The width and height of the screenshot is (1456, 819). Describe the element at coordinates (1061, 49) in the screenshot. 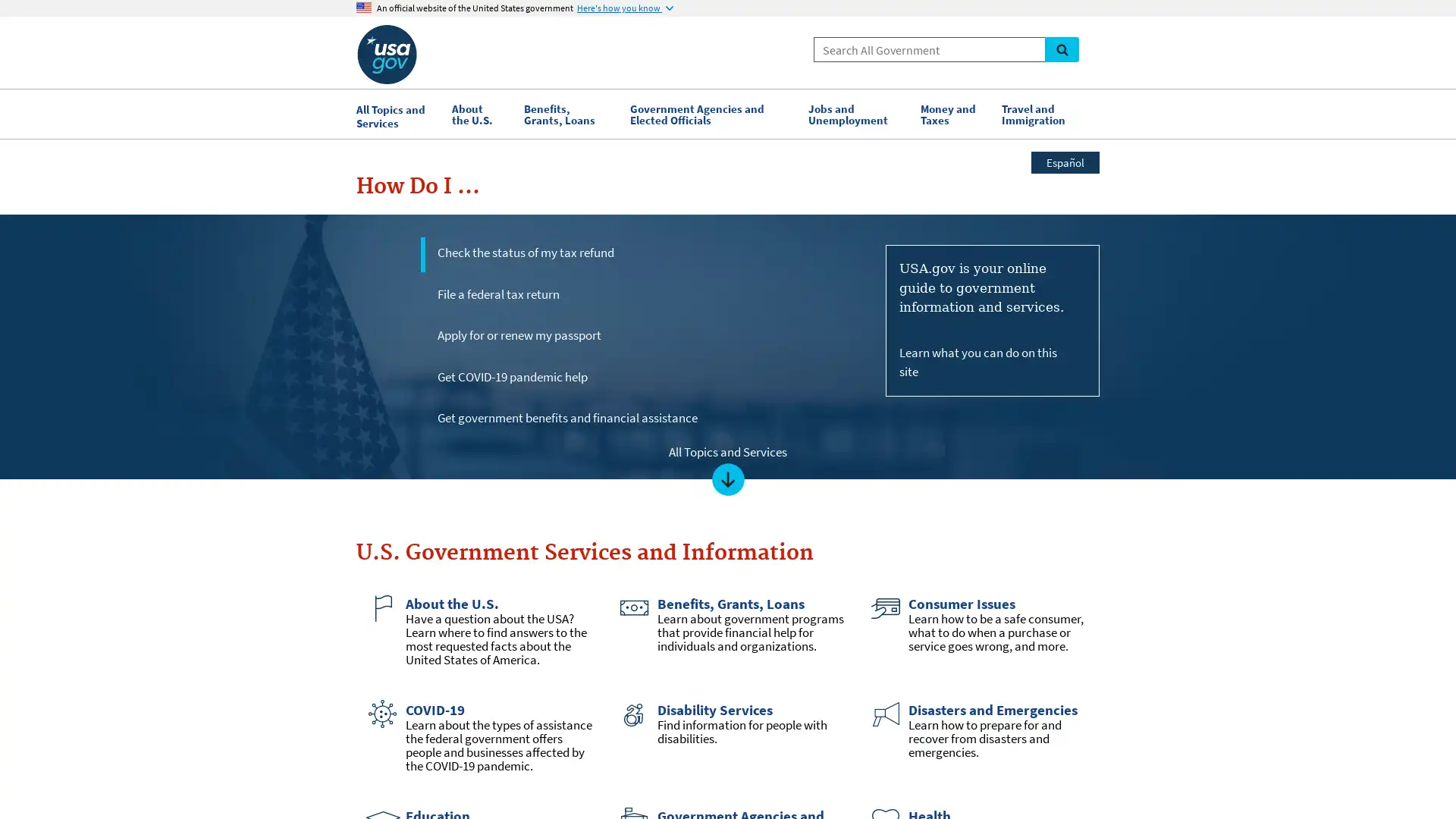

I see `Search` at that location.